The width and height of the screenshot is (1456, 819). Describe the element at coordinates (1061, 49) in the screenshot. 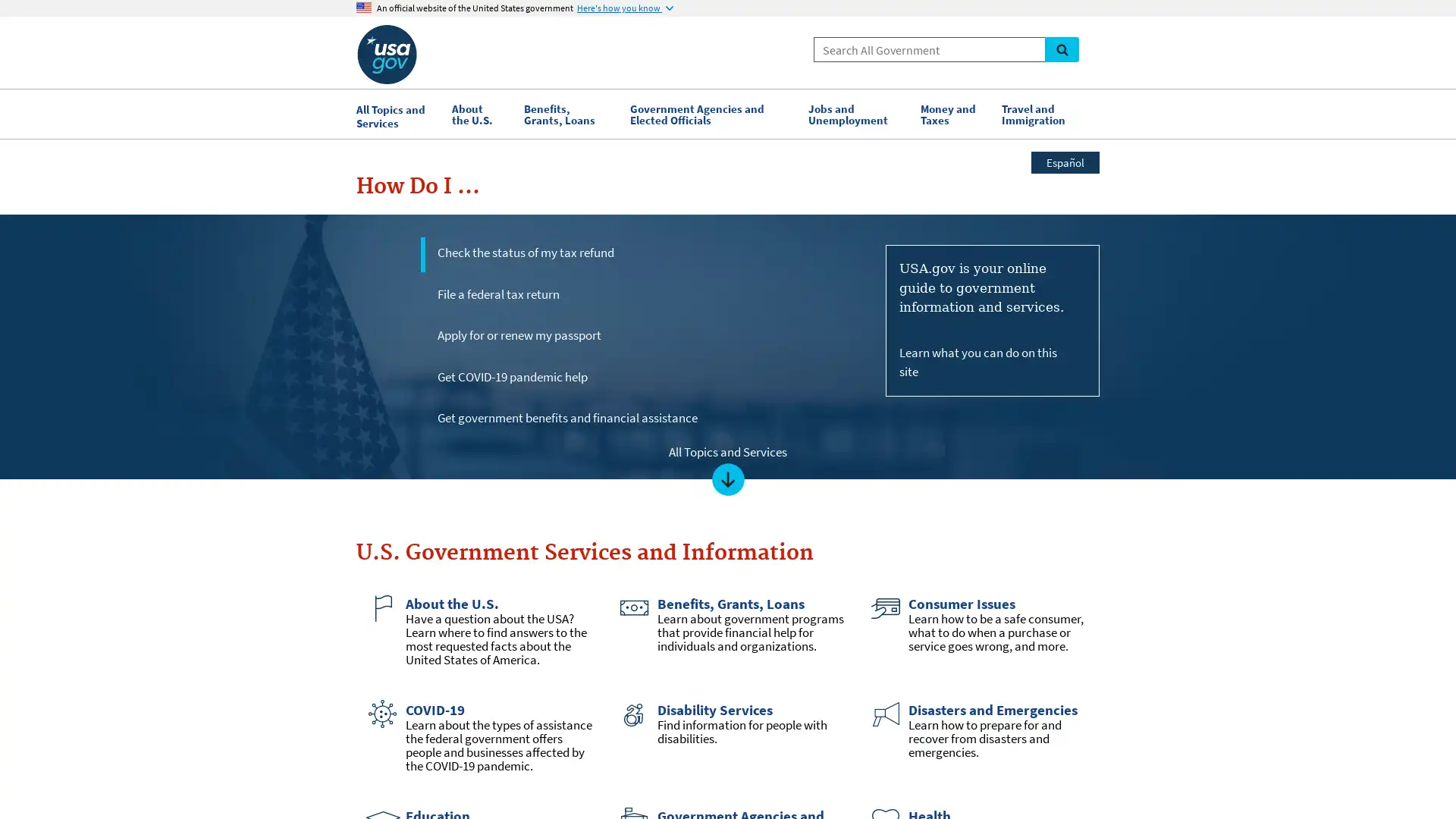

I see `Search` at that location.